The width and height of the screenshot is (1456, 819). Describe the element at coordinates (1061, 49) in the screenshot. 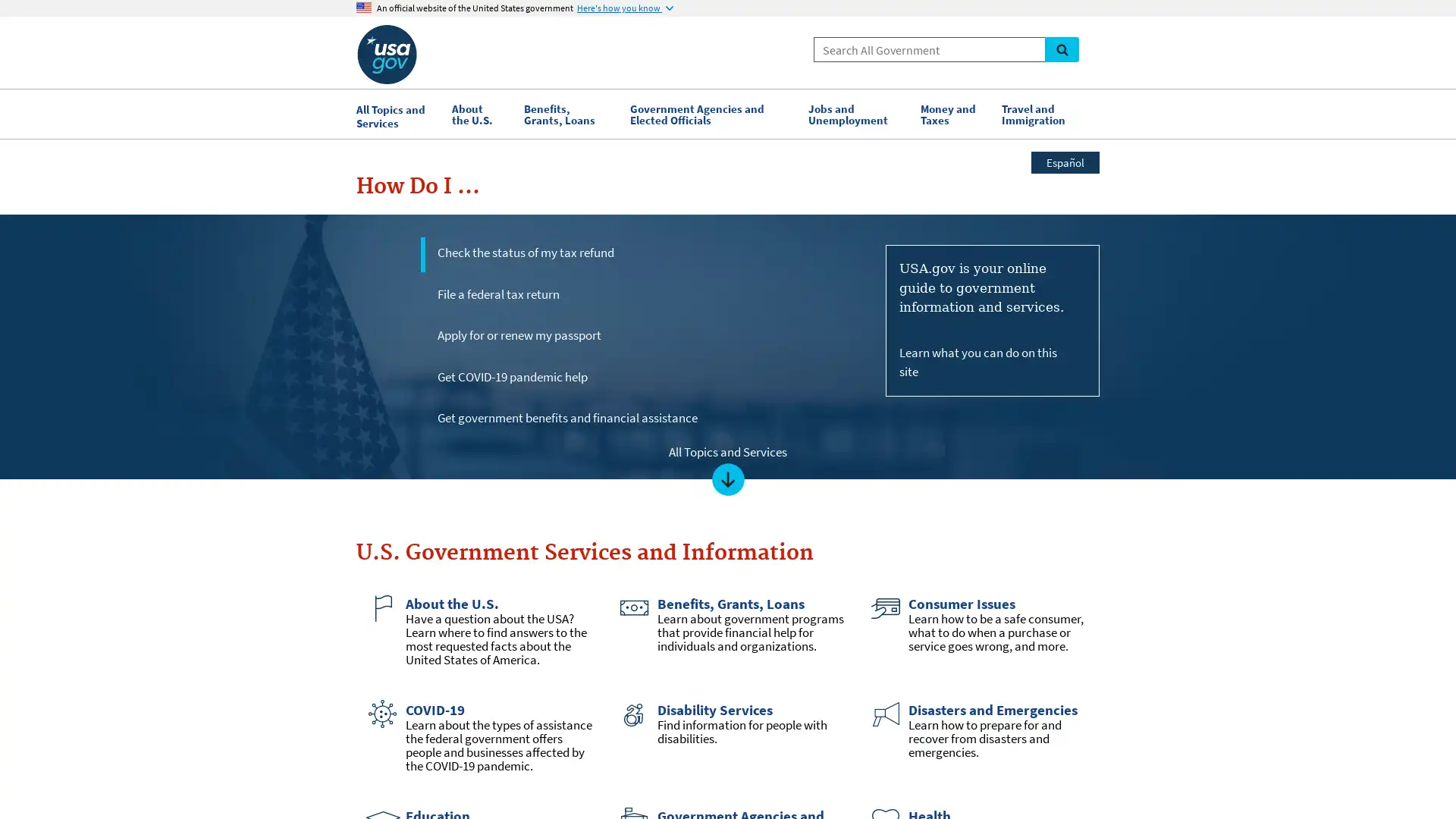

I see `Search` at that location.